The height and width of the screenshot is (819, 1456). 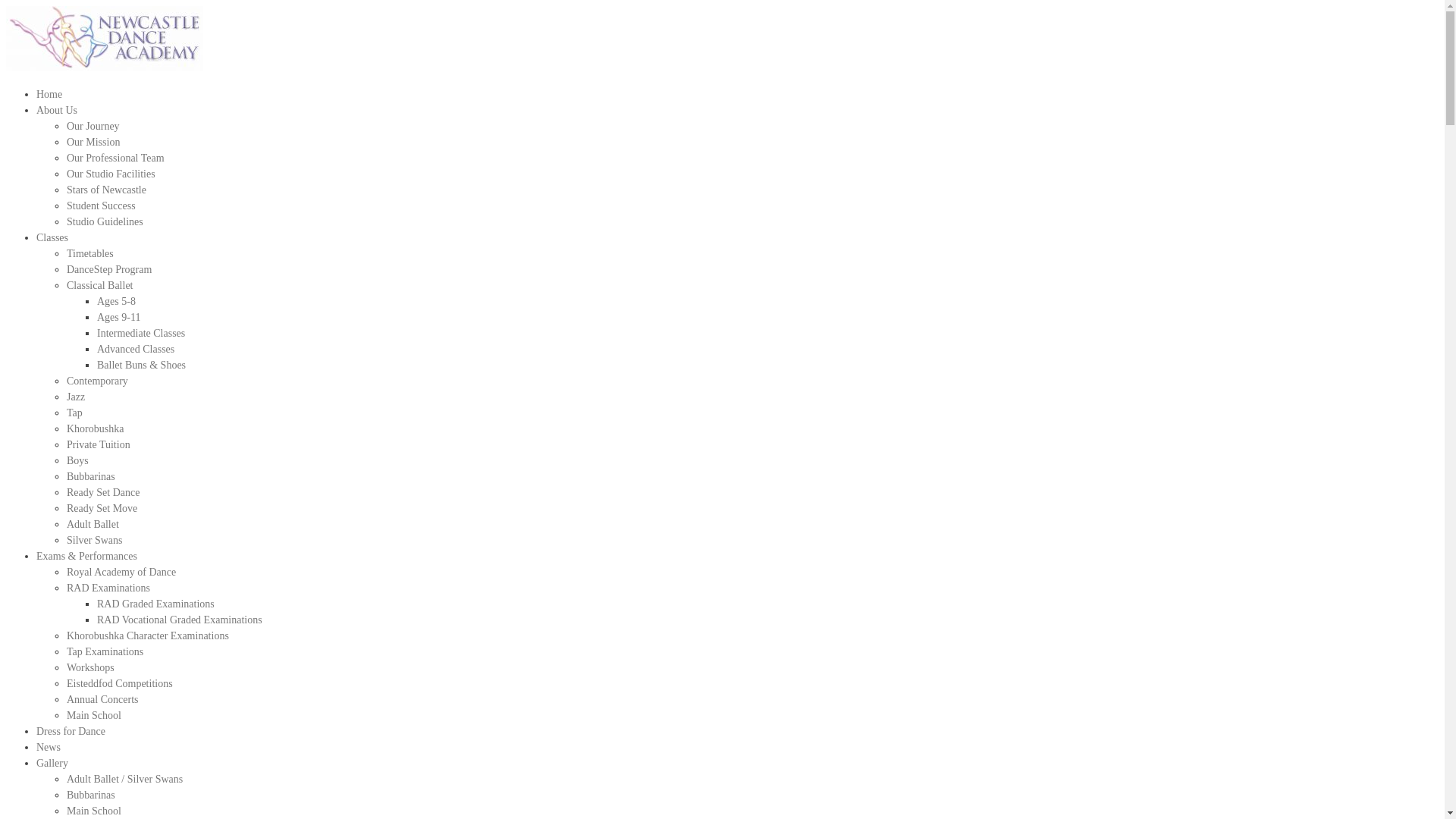 What do you see at coordinates (115, 158) in the screenshot?
I see `'Our Professional Team'` at bounding box center [115, 158].